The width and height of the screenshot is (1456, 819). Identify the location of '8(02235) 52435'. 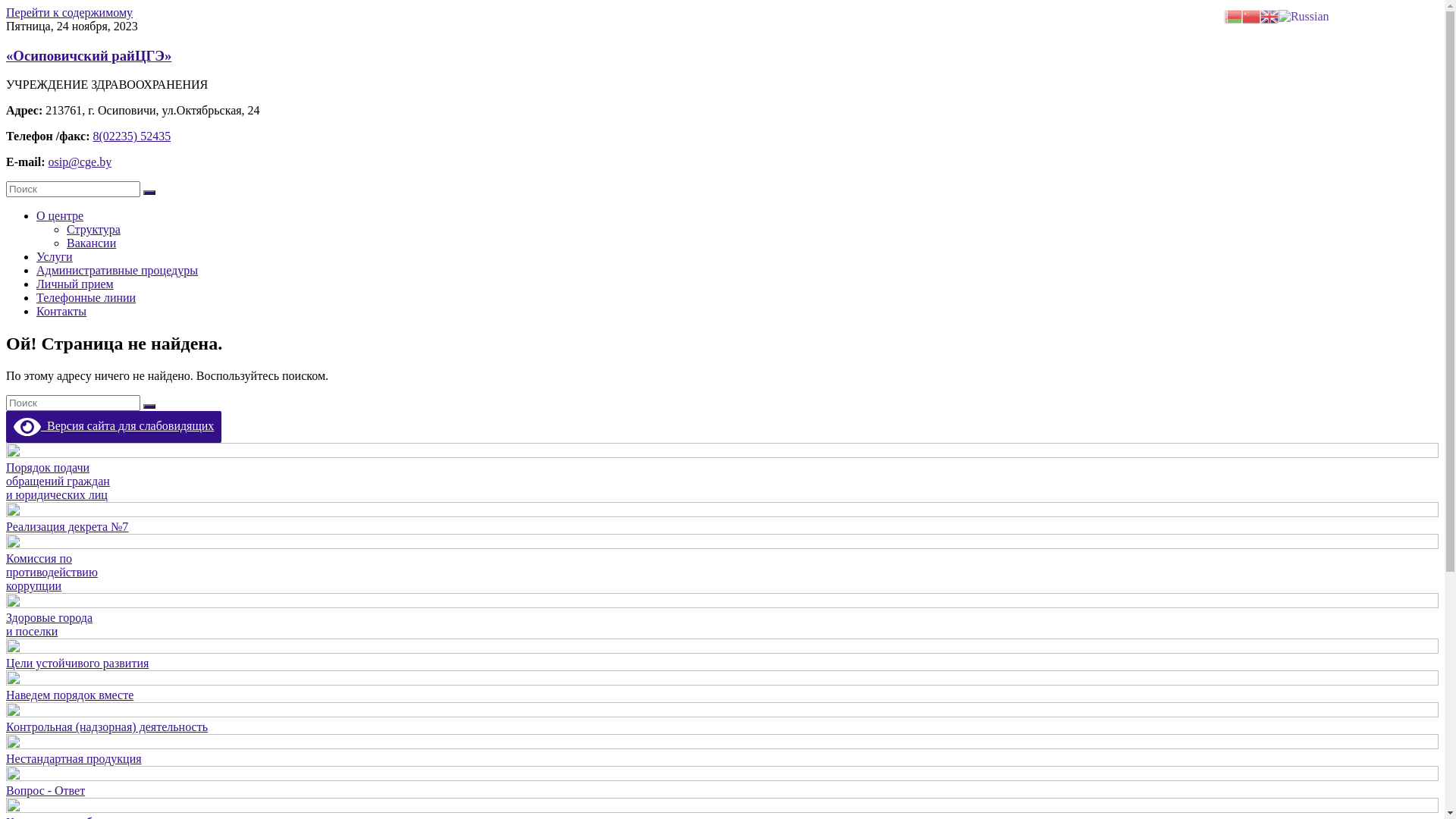
(131, 135).